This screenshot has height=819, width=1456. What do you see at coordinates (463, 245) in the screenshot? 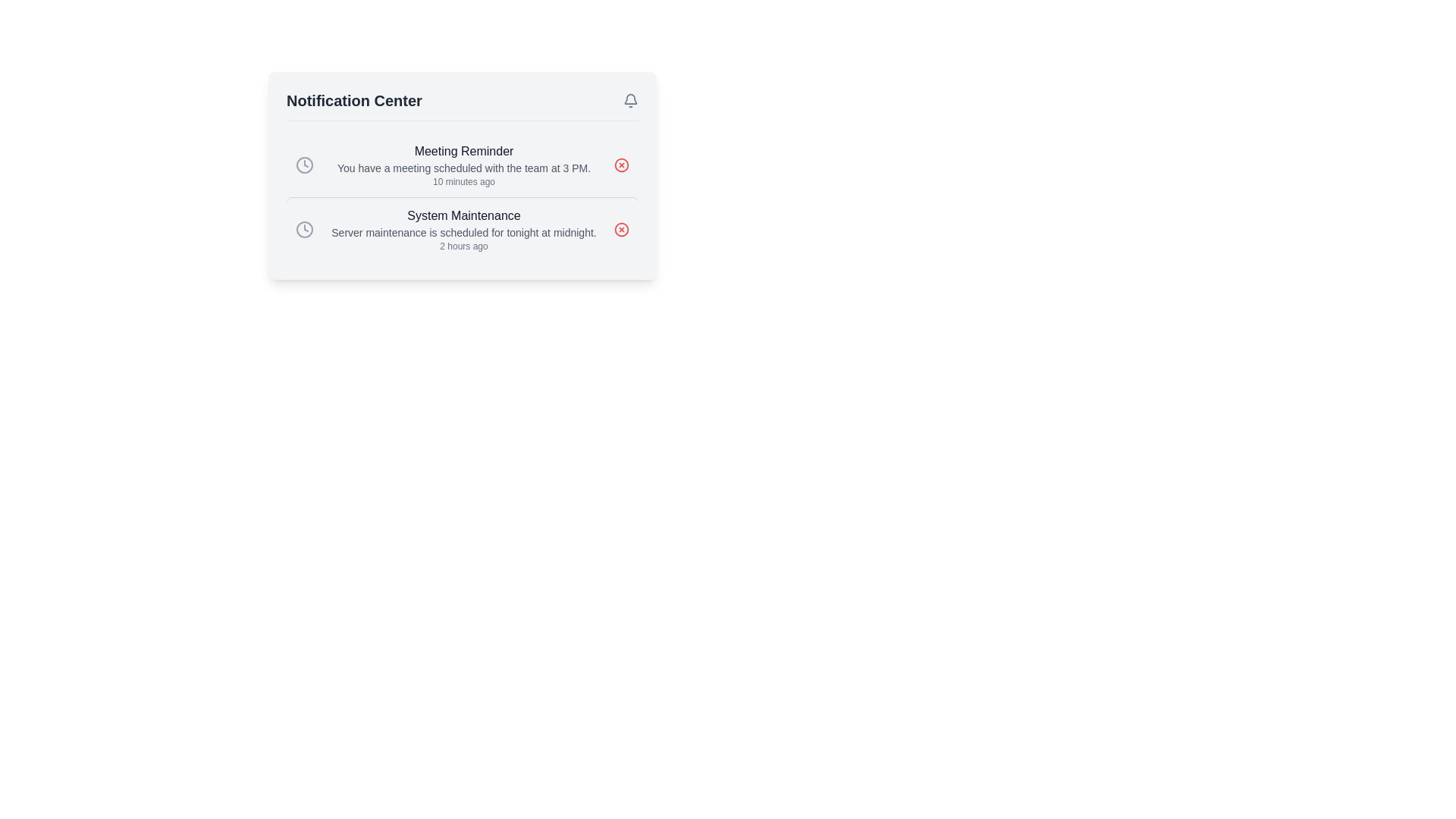
I see `the timestamp text '2 hours ago' located within the 'System Maintenance' notification card, which is positioned below the main message about server maintenance` at bounding box center [463, 245].